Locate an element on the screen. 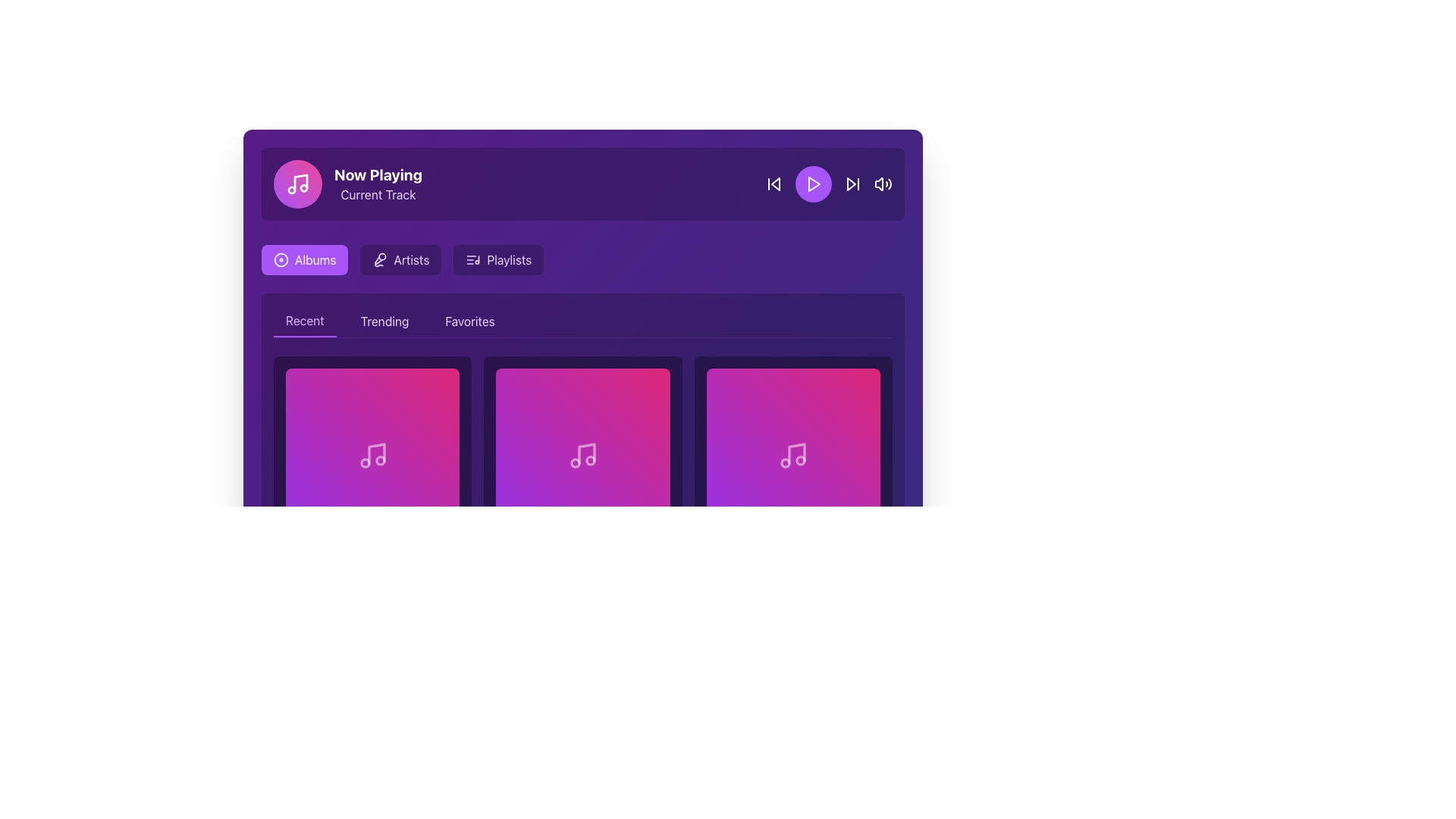 The height and width of the screenshot is (819, 1456). the 'Trending' navigation button, which is the second button in a horizontal layout of three labels ('Recent', 'Trending', 'Favorites') is located at coordinates (384, 321).